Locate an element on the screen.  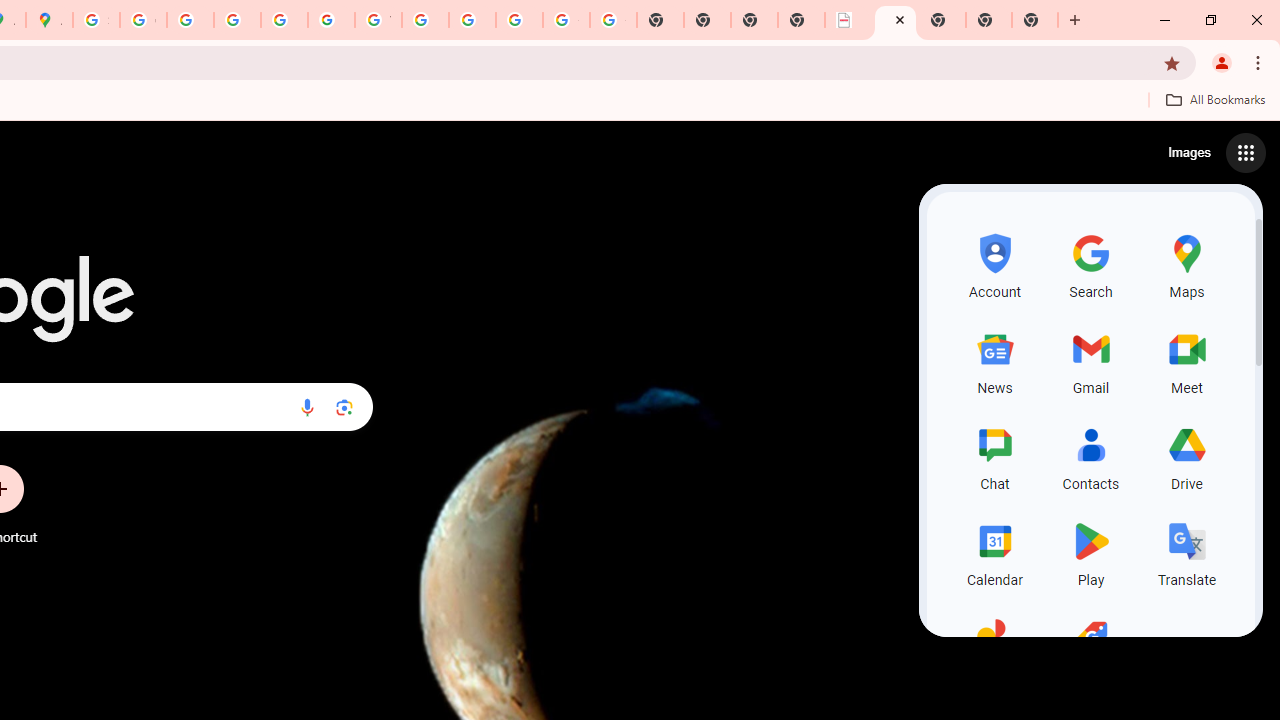
'Gmail, row 2 of 5 and column 2 of 3 in the first section' is located at coordinates (1090, 360).